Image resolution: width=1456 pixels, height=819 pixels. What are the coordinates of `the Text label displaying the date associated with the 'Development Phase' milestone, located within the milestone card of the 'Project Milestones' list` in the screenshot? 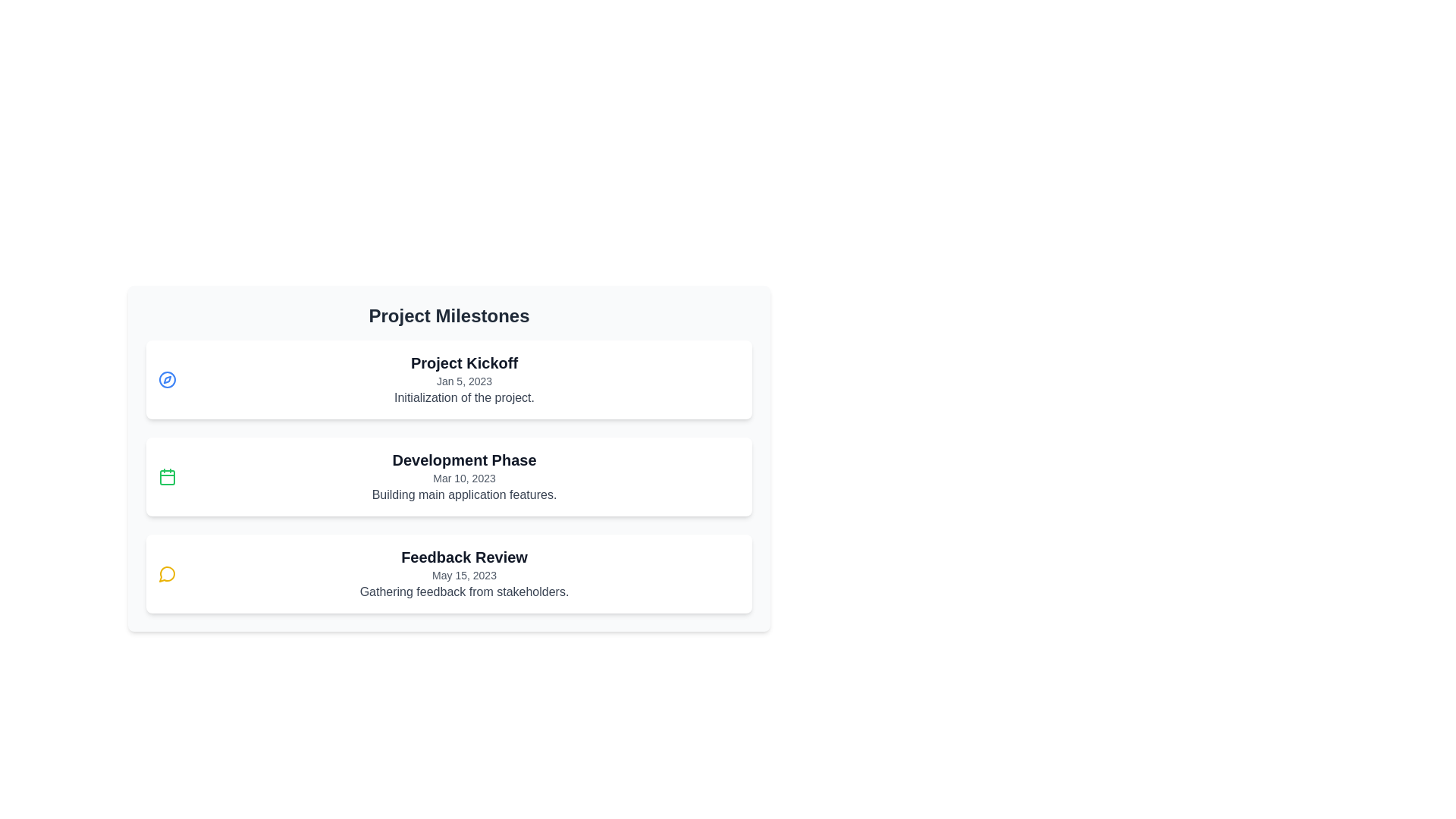 It's located at (463, 479).